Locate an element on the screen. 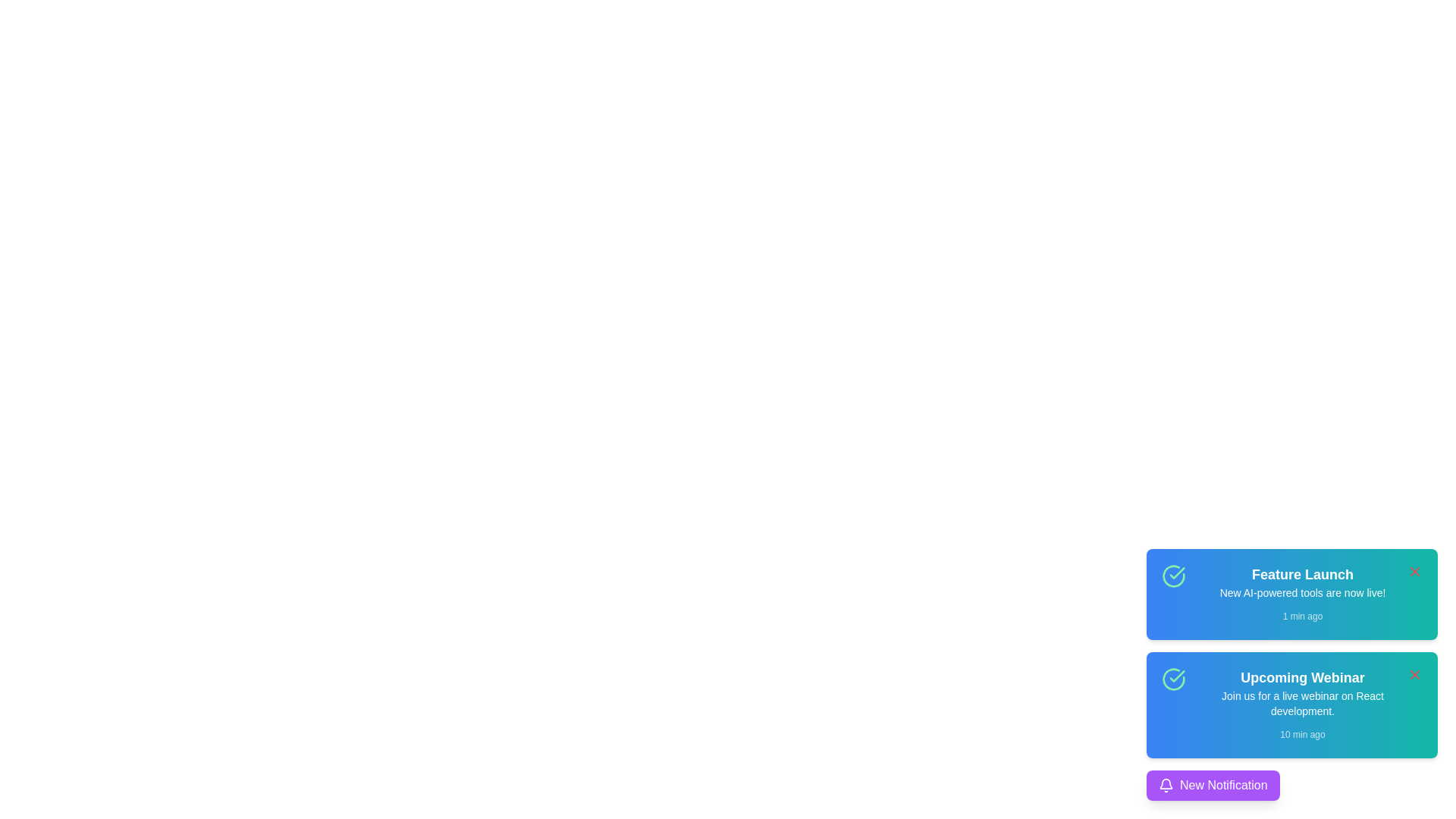 The width and height of the screenshot is (1456, 819). the notification to read its details is located at coordinates (1291, 593).